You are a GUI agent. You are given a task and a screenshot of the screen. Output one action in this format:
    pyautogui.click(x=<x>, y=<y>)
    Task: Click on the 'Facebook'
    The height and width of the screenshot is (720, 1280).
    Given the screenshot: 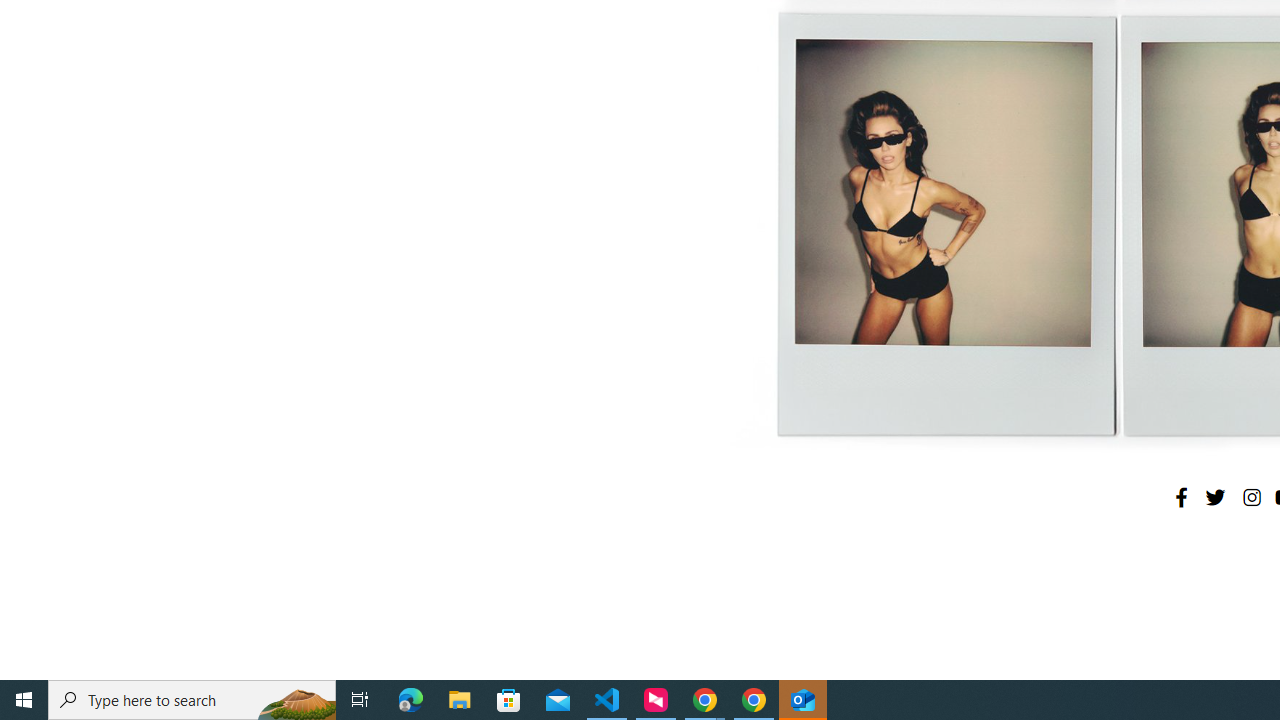 What is the action you would take?
    pyautogui.click(x=1181, y=496)
    